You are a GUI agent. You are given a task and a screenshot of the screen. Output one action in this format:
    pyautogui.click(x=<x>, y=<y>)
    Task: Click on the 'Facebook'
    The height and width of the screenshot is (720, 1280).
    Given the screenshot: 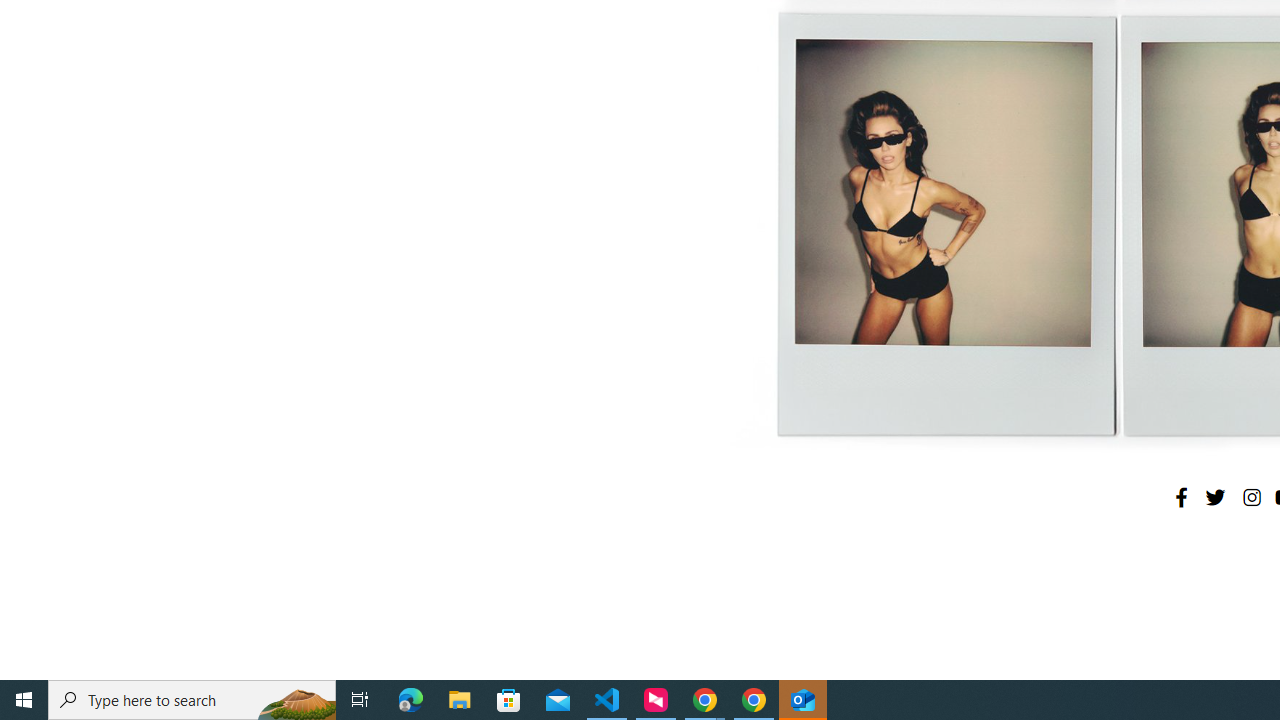 What is the action you would take?
    pyautogui.click(x=1181, y=496)
    